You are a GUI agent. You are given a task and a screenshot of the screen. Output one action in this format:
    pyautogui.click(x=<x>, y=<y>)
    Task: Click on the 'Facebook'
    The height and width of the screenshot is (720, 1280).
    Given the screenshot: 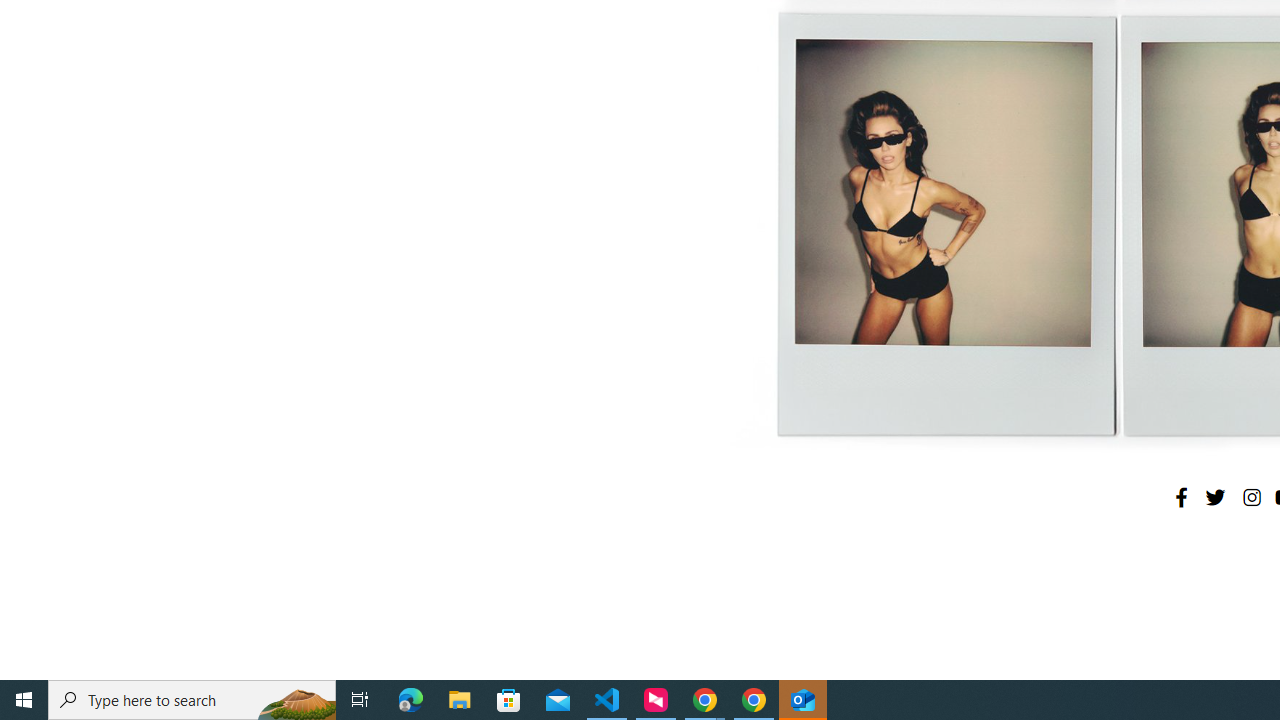 What is the action you would take?
    pyautogui.click(x=1181, y=496)
    